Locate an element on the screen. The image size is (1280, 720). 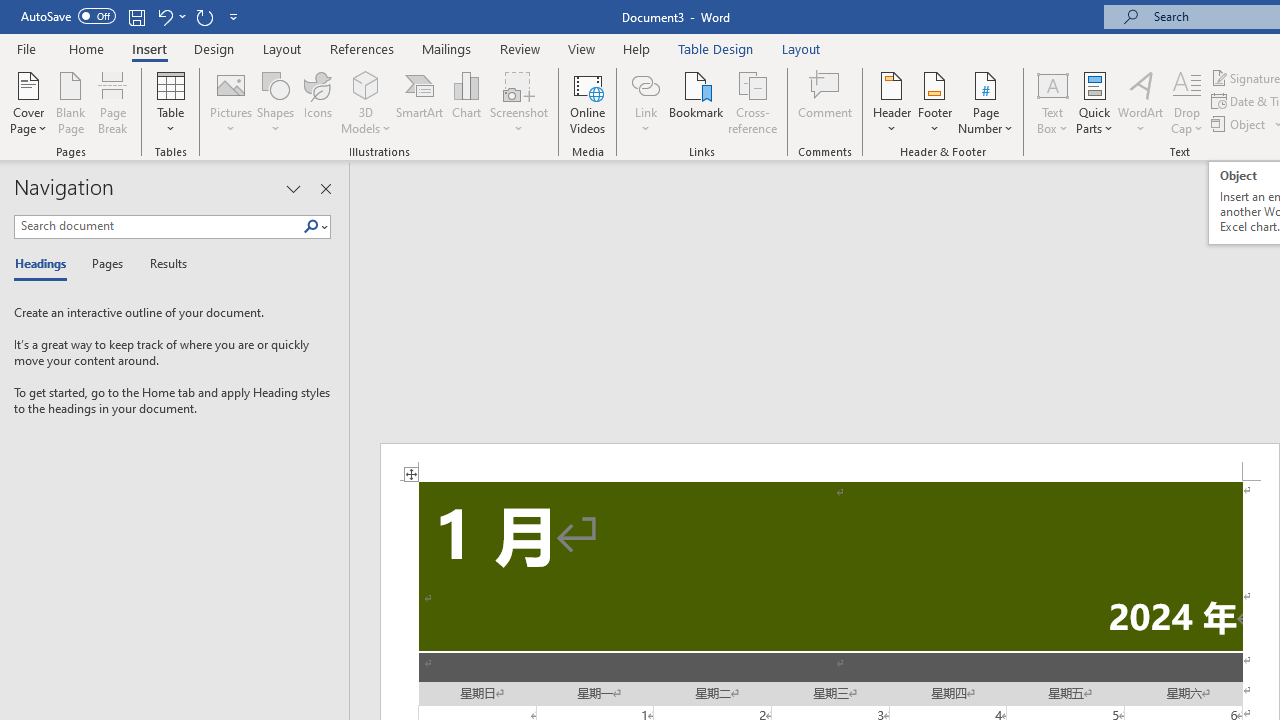
'Pages' is located at coordinates (104, 264).